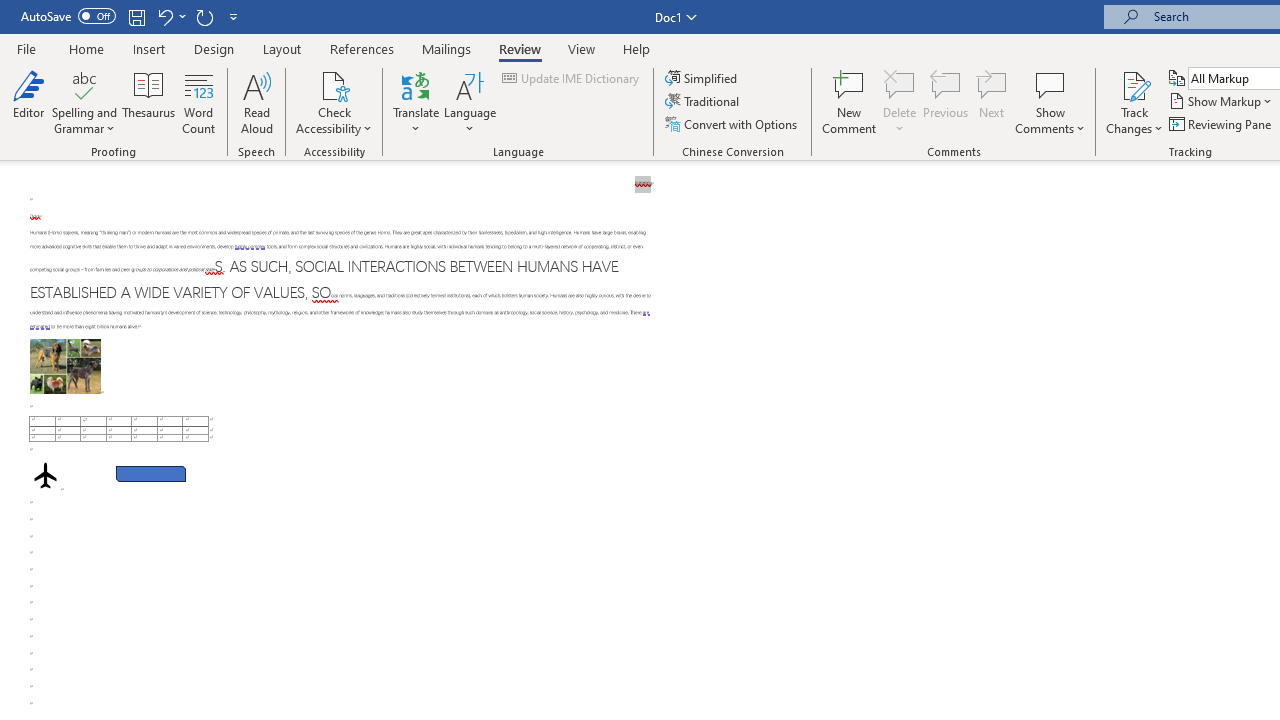 The width and height of the screenshot is (1280, 720). I want to click on 'Home', so click(85, 48).